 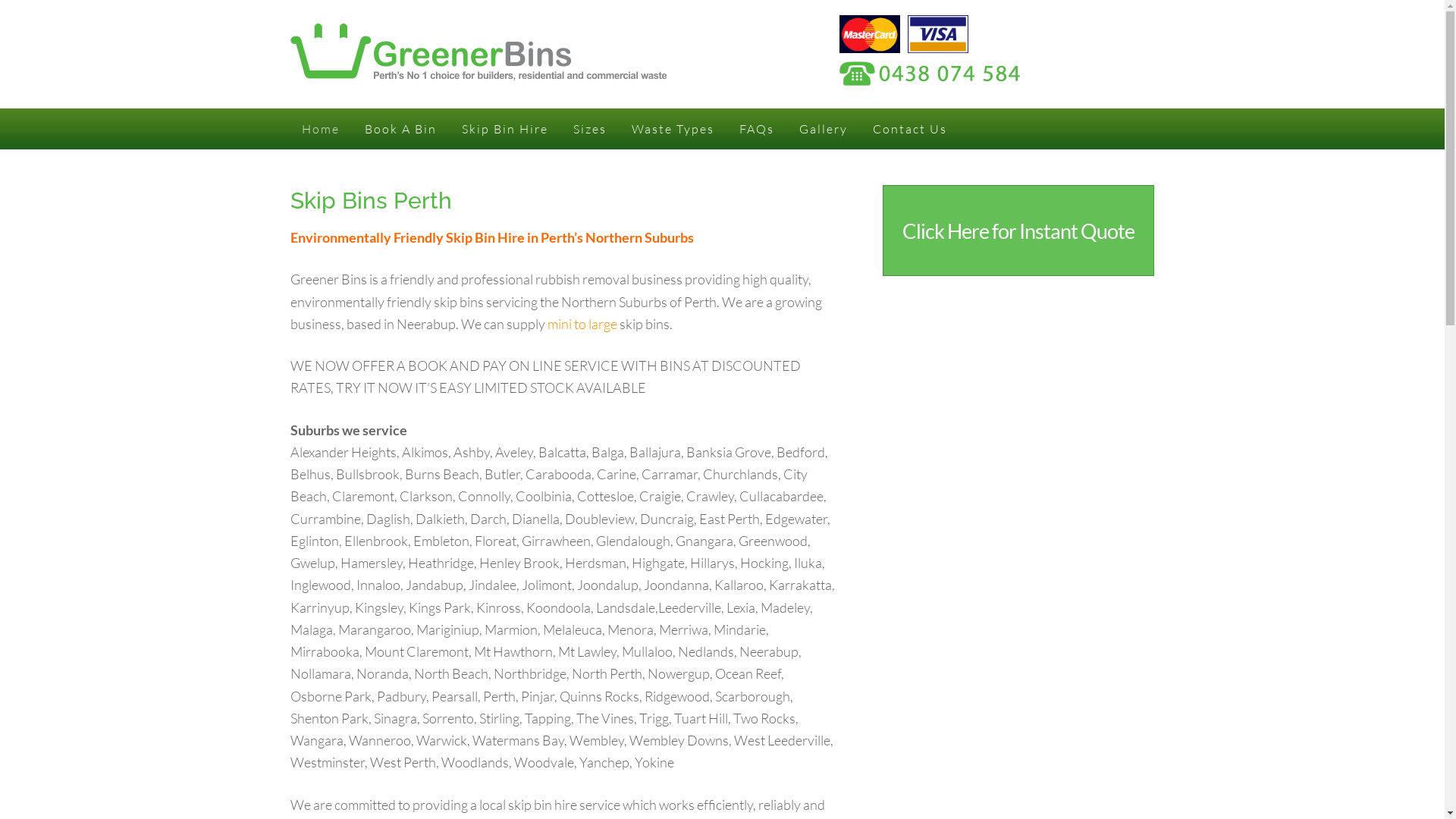 What do you see at coordinates (477, 51) in the screenshot?
I see `'Greener Bins'` at bounding box center [477, 51].